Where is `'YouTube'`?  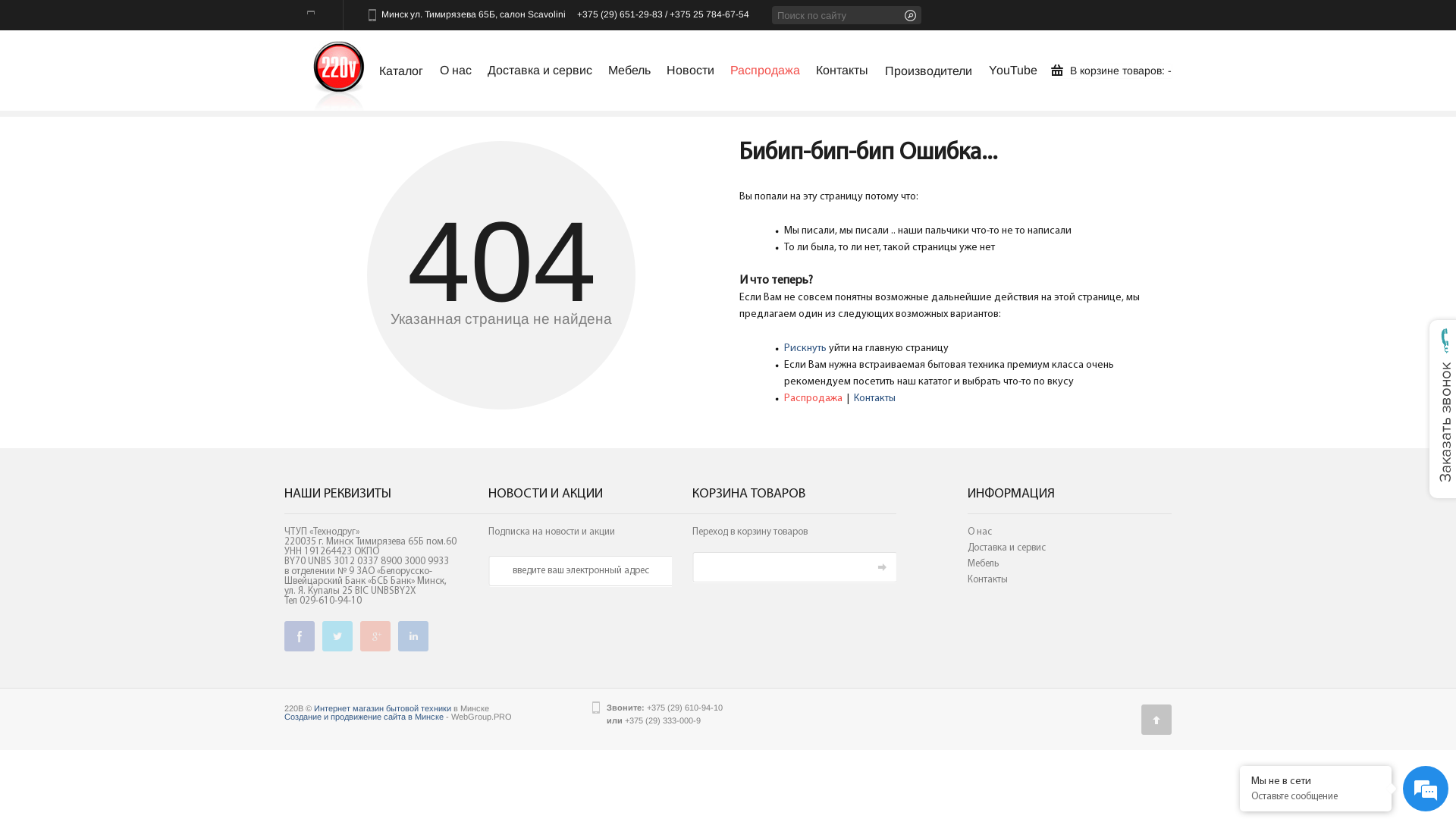
'YouTube' is located at coordinates (1012, 72).